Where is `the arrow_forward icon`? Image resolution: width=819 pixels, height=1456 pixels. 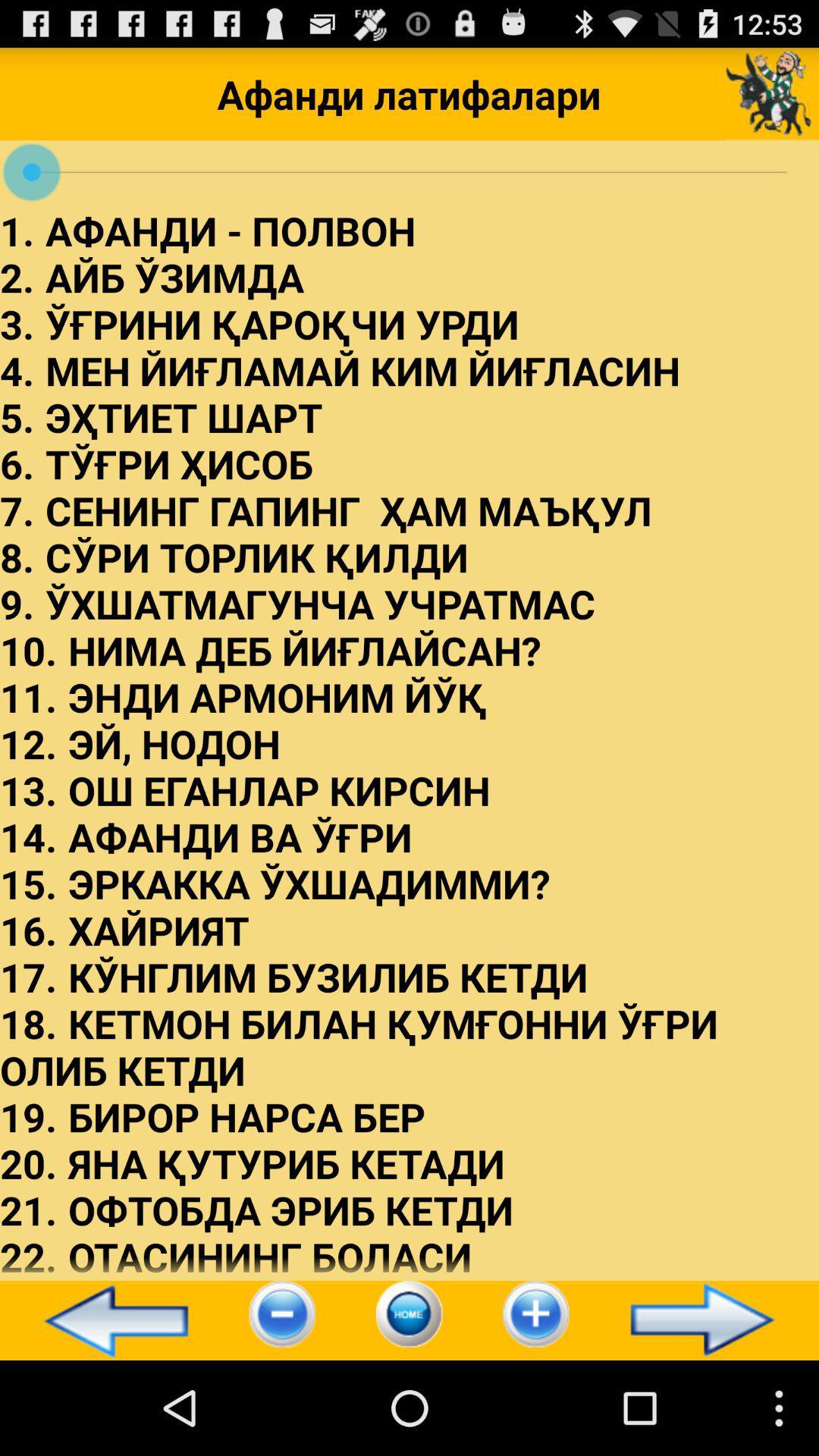 the arrow_forward icon is located at coordinates (709, 1412).